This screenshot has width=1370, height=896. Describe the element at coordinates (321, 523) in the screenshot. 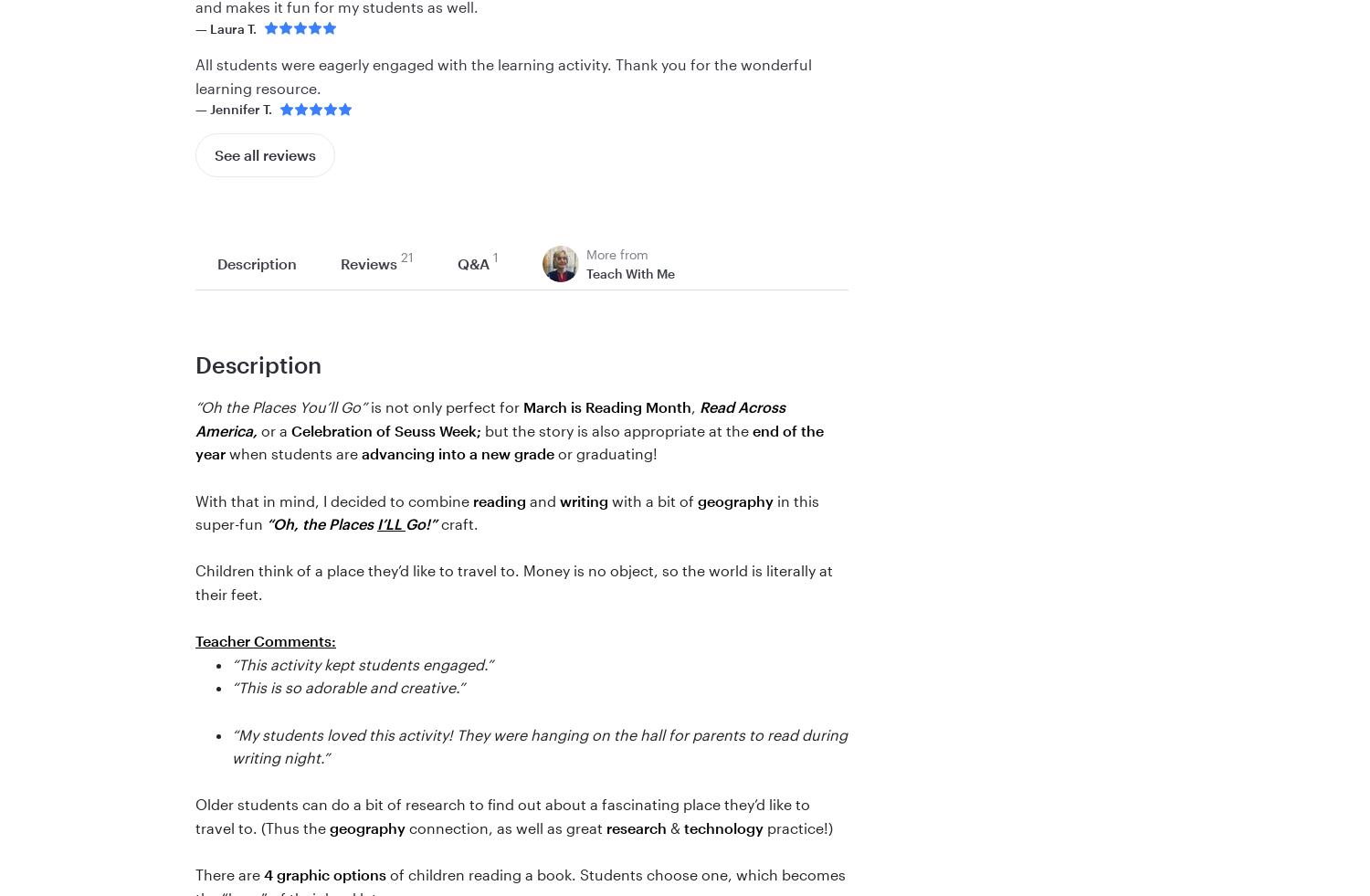

I see `'“Oh, the Places'` at that location.